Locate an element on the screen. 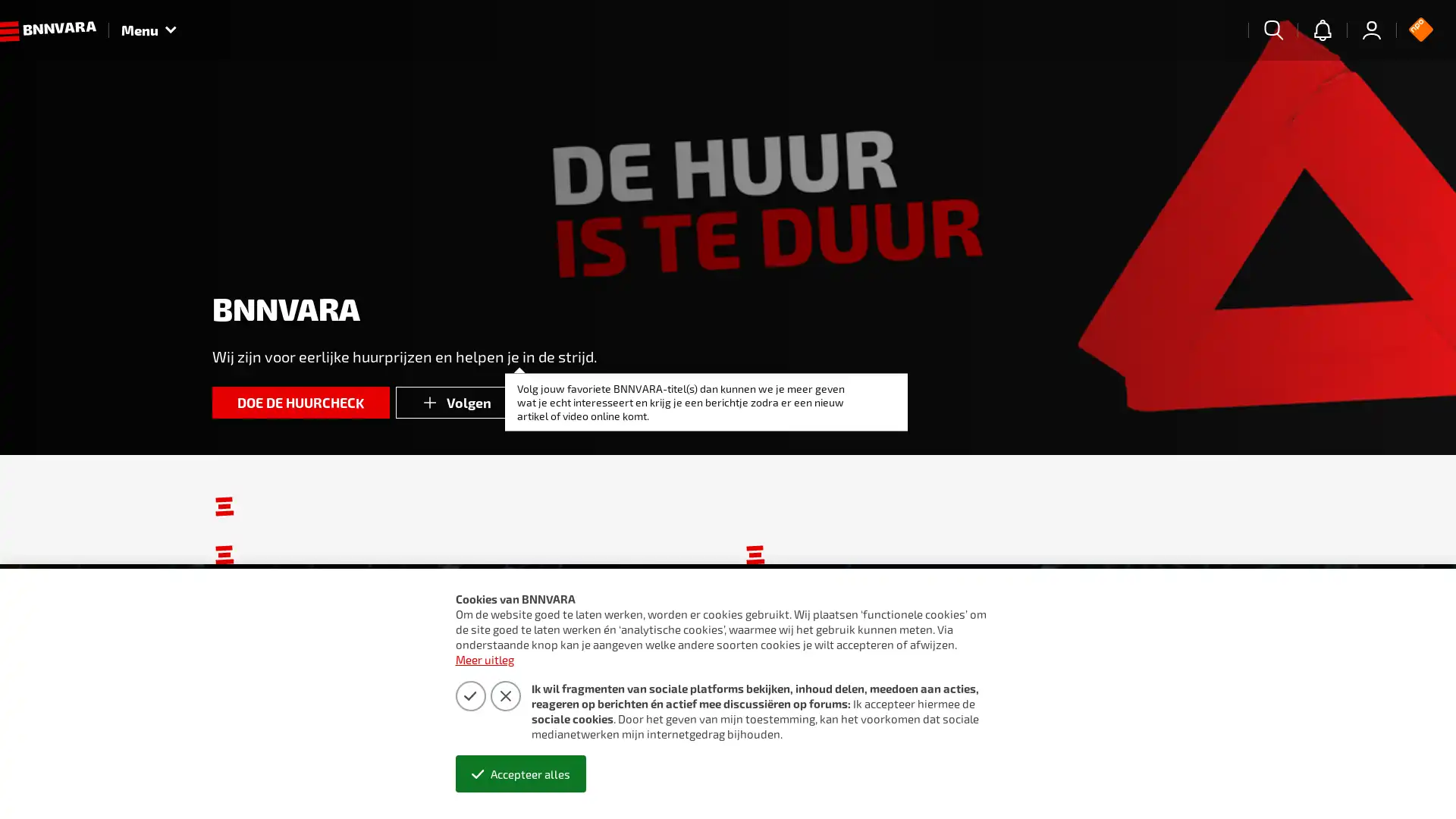  zoek is located at coordinates (1273, 30).